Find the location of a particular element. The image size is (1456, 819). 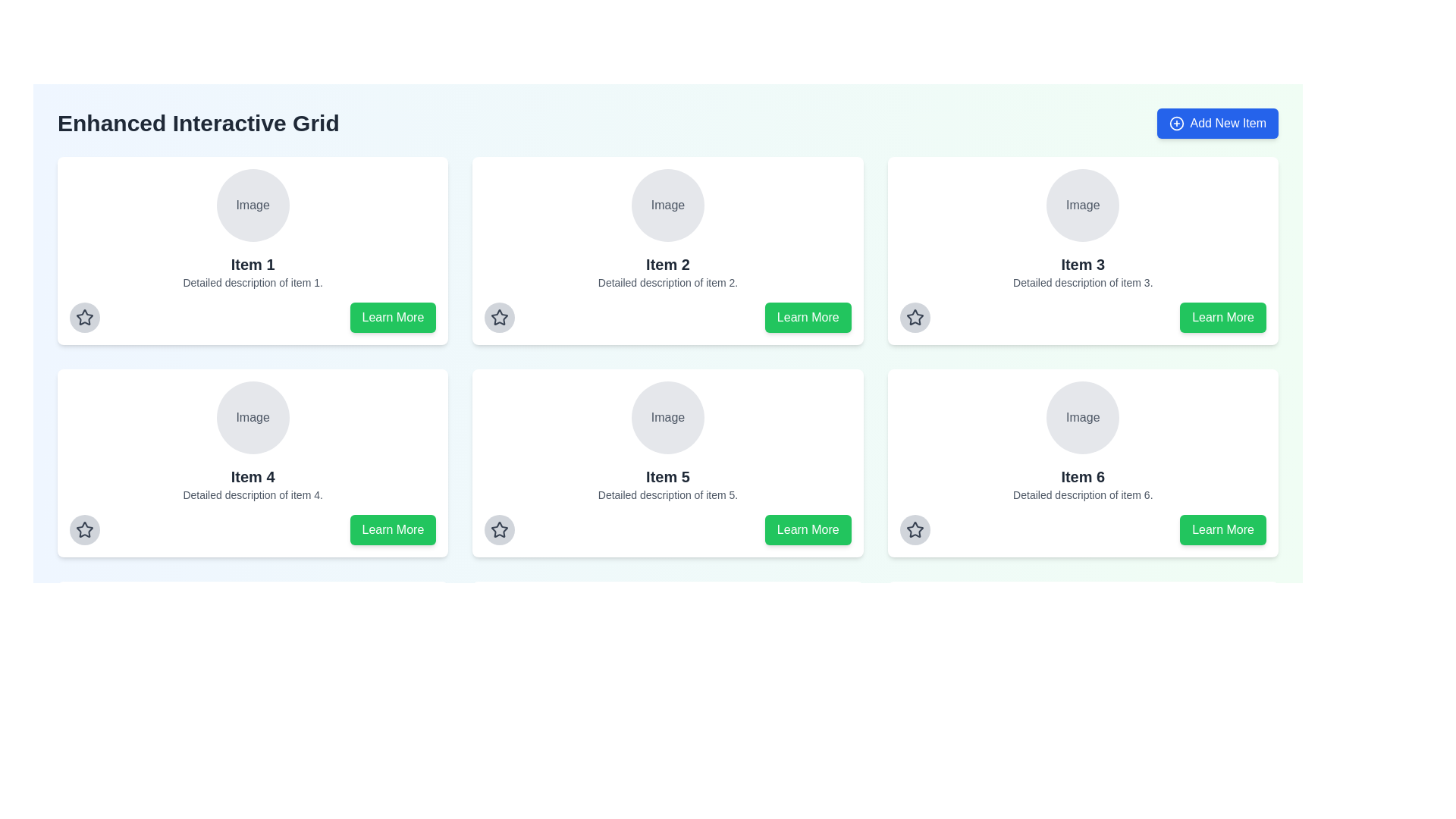

the text label or heading located in the middle-top card of a six-card grid layout is located at coordinates (1082, 263).